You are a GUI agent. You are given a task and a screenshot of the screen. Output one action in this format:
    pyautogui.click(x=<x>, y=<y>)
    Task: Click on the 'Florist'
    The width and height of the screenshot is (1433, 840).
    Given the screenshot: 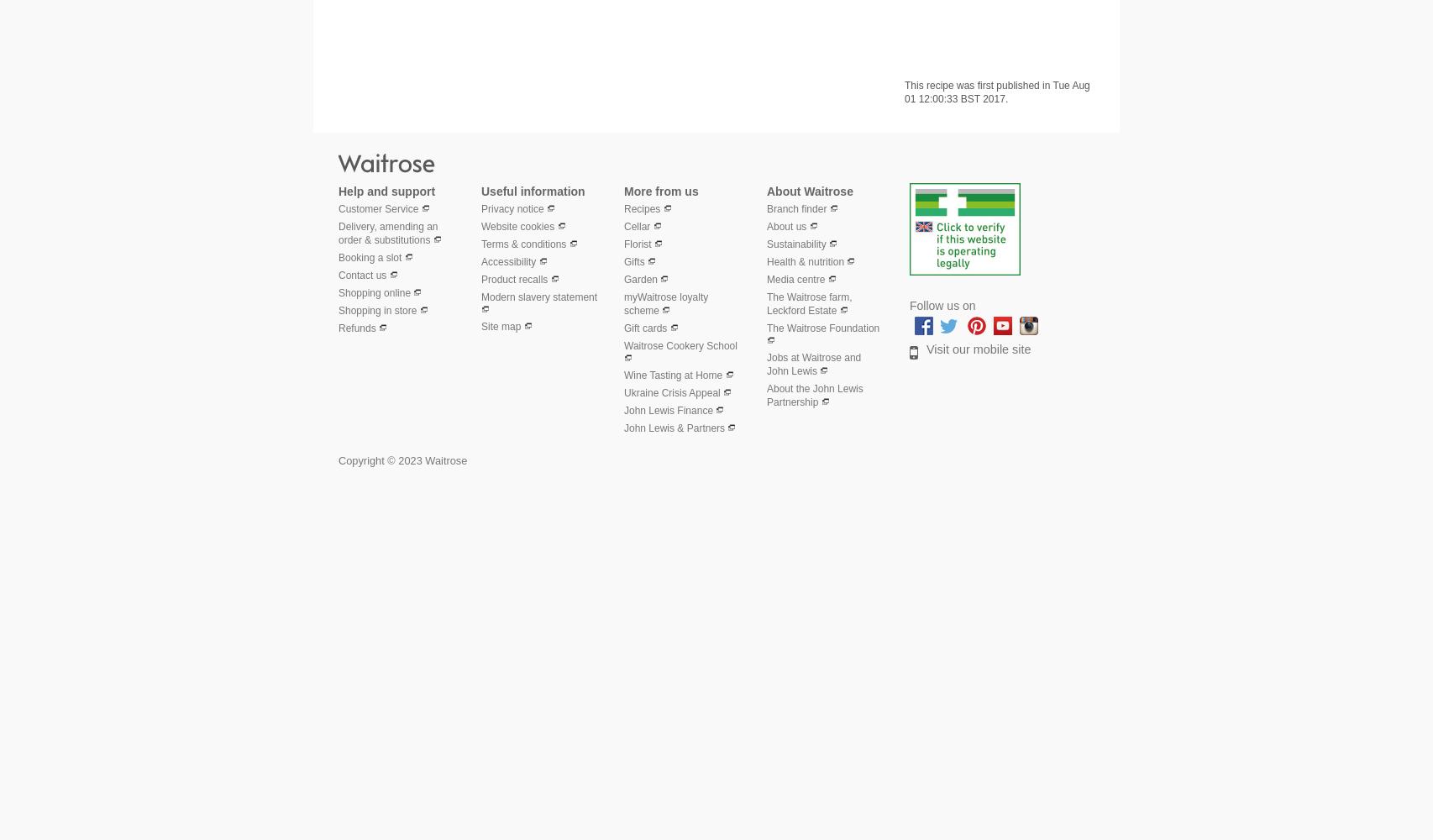 What is the action you would take?
    pyautogui.click(x=622, y=244)
    